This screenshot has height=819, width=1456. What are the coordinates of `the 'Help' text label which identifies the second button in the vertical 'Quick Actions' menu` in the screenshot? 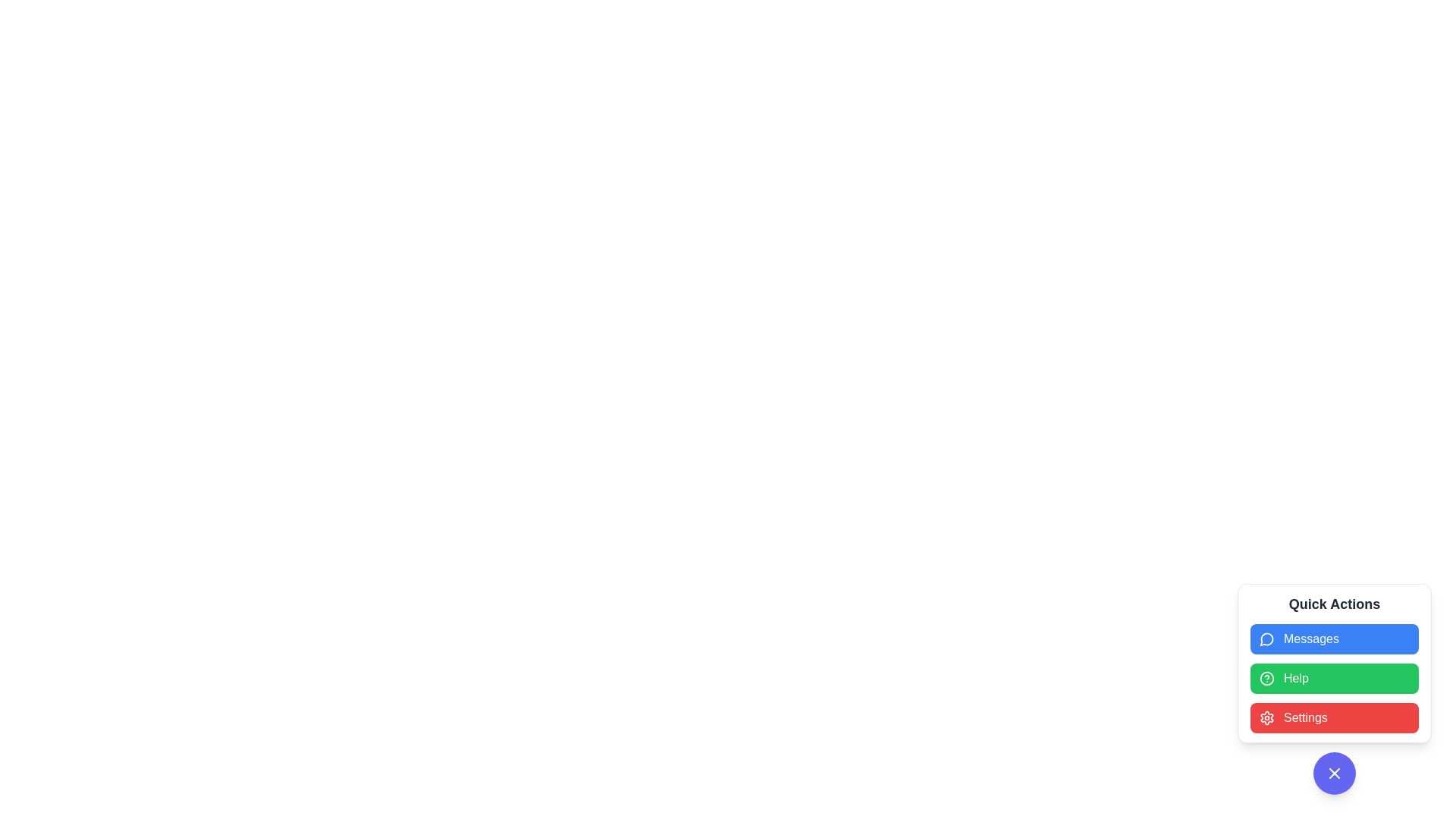 It's located at (1295, 677).